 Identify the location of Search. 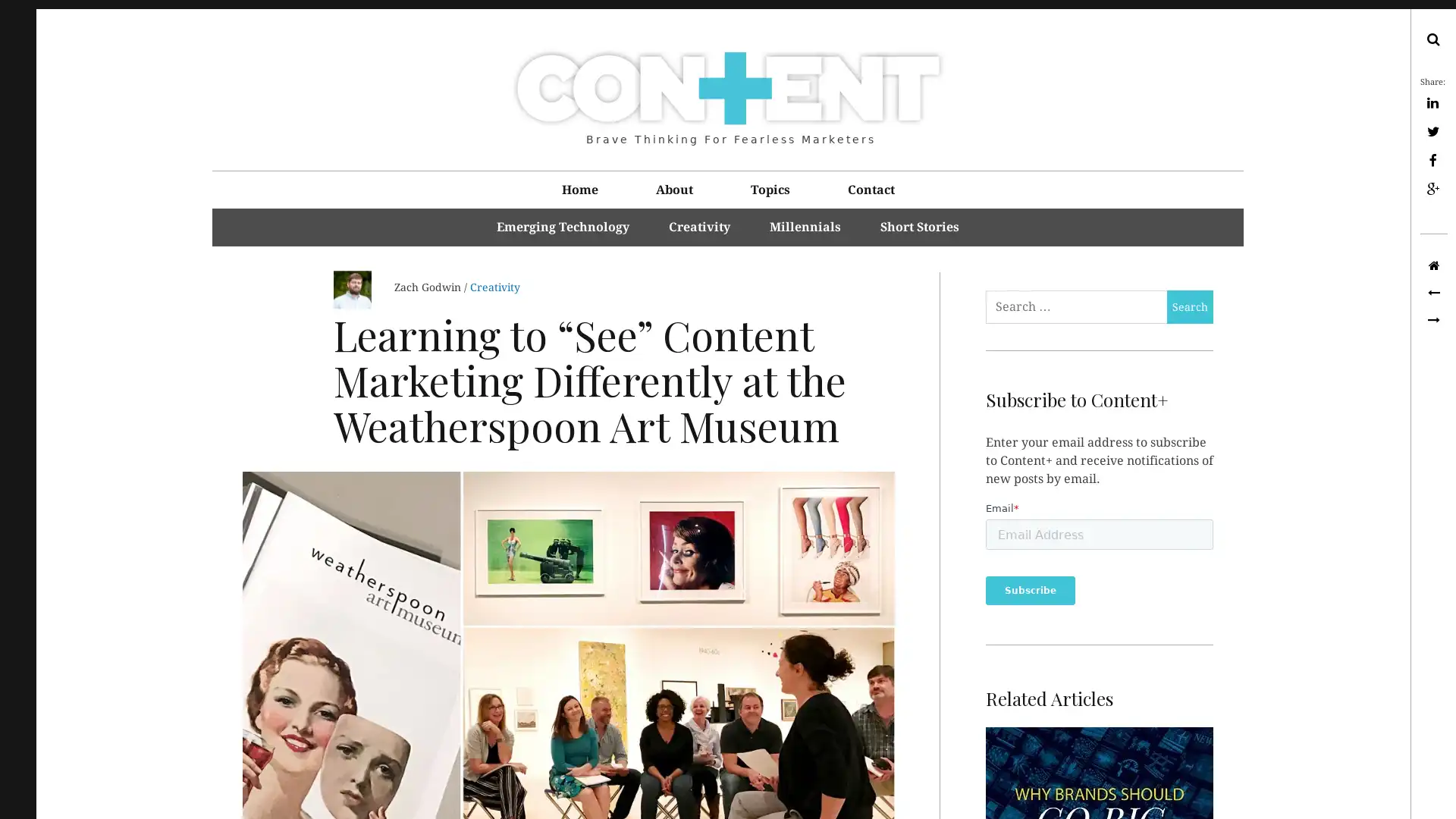
(1189, 307).